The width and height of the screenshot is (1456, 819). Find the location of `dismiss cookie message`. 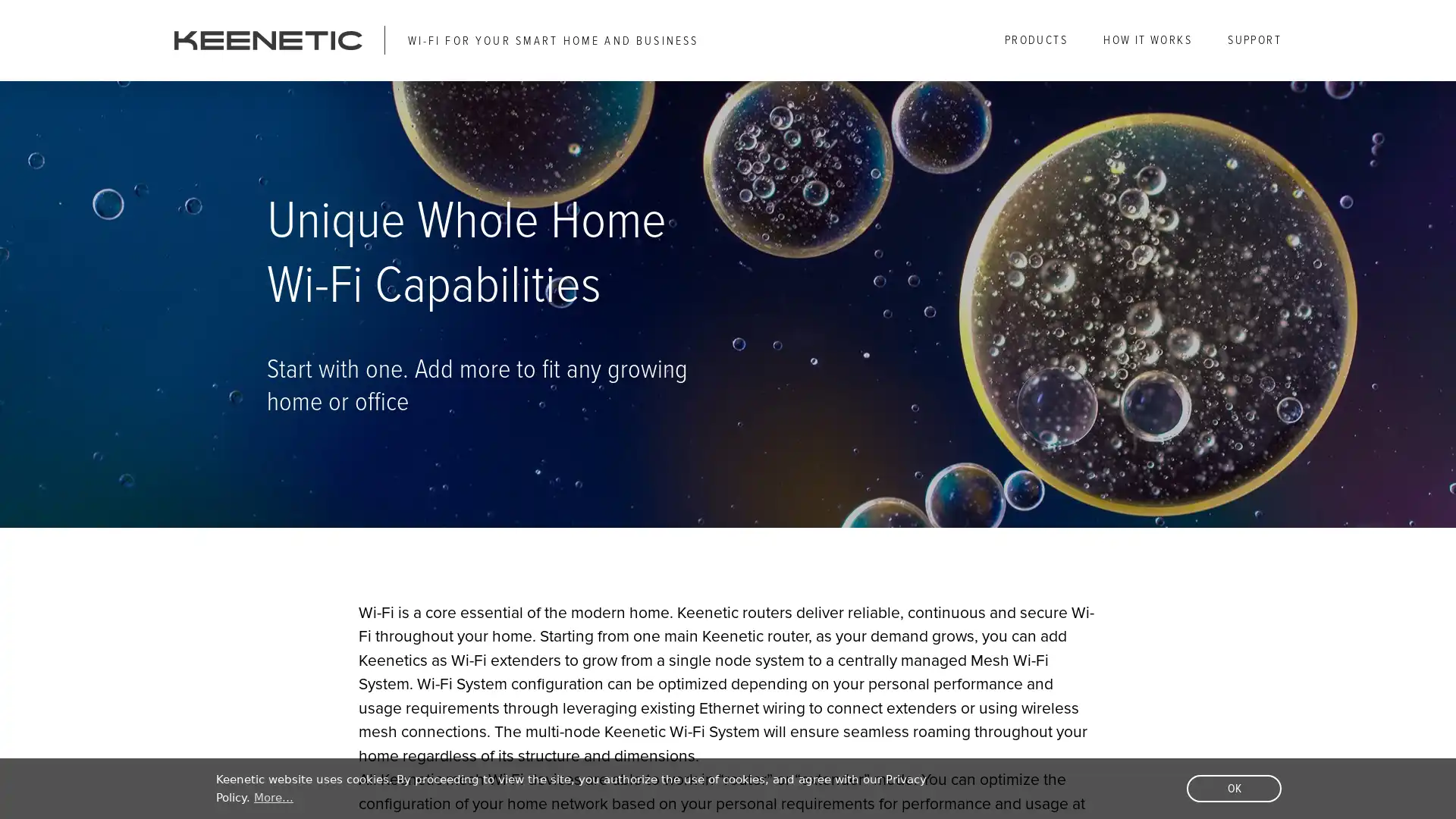

dismiss cookie message is located at coordinates (1234, 787).